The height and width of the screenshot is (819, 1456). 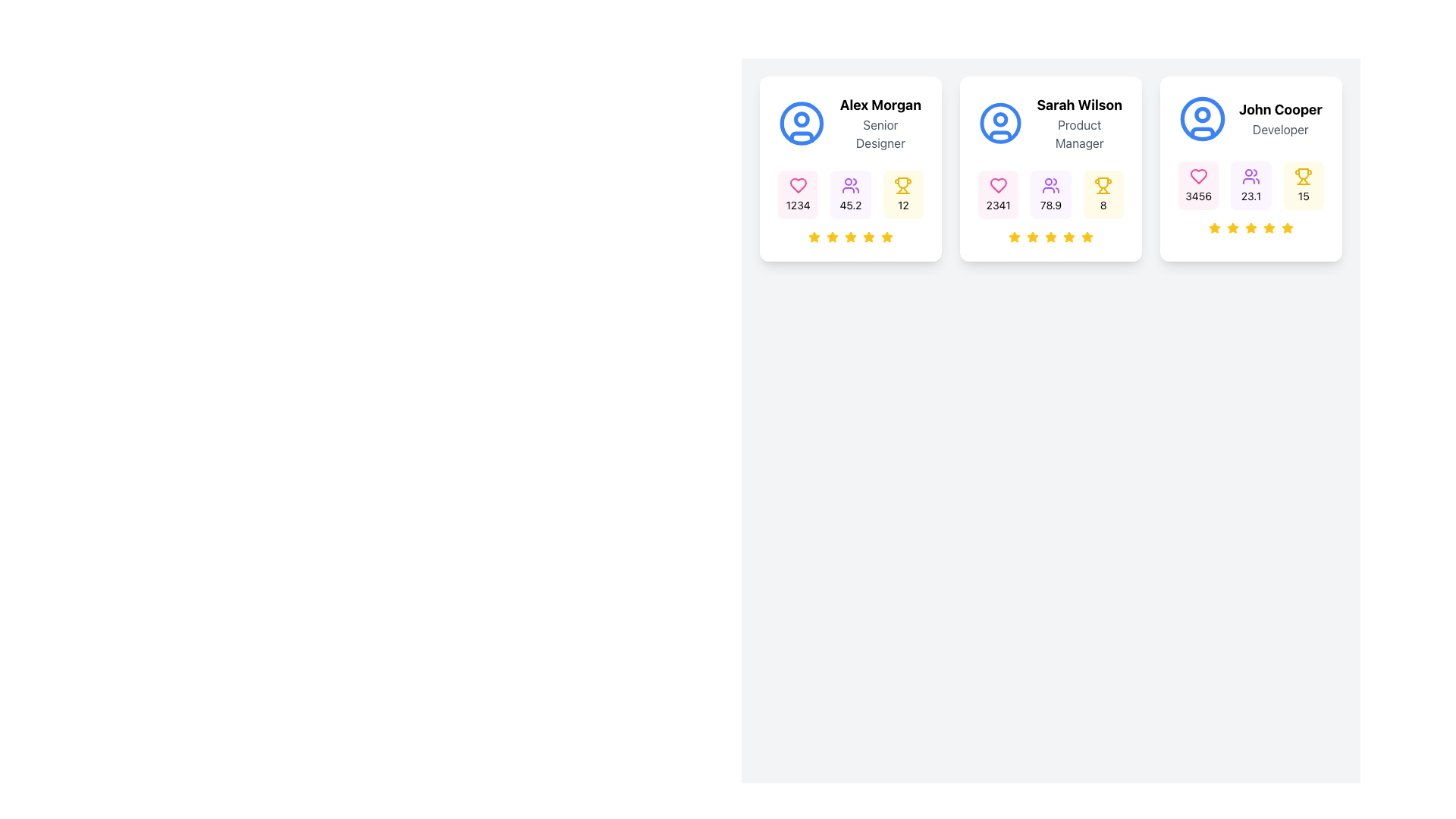 I want to click on the small solid inner circle of the circular graphical element representing a user profile icon, located in the avatar section of the user profile card, so click(x=1000, y=119).